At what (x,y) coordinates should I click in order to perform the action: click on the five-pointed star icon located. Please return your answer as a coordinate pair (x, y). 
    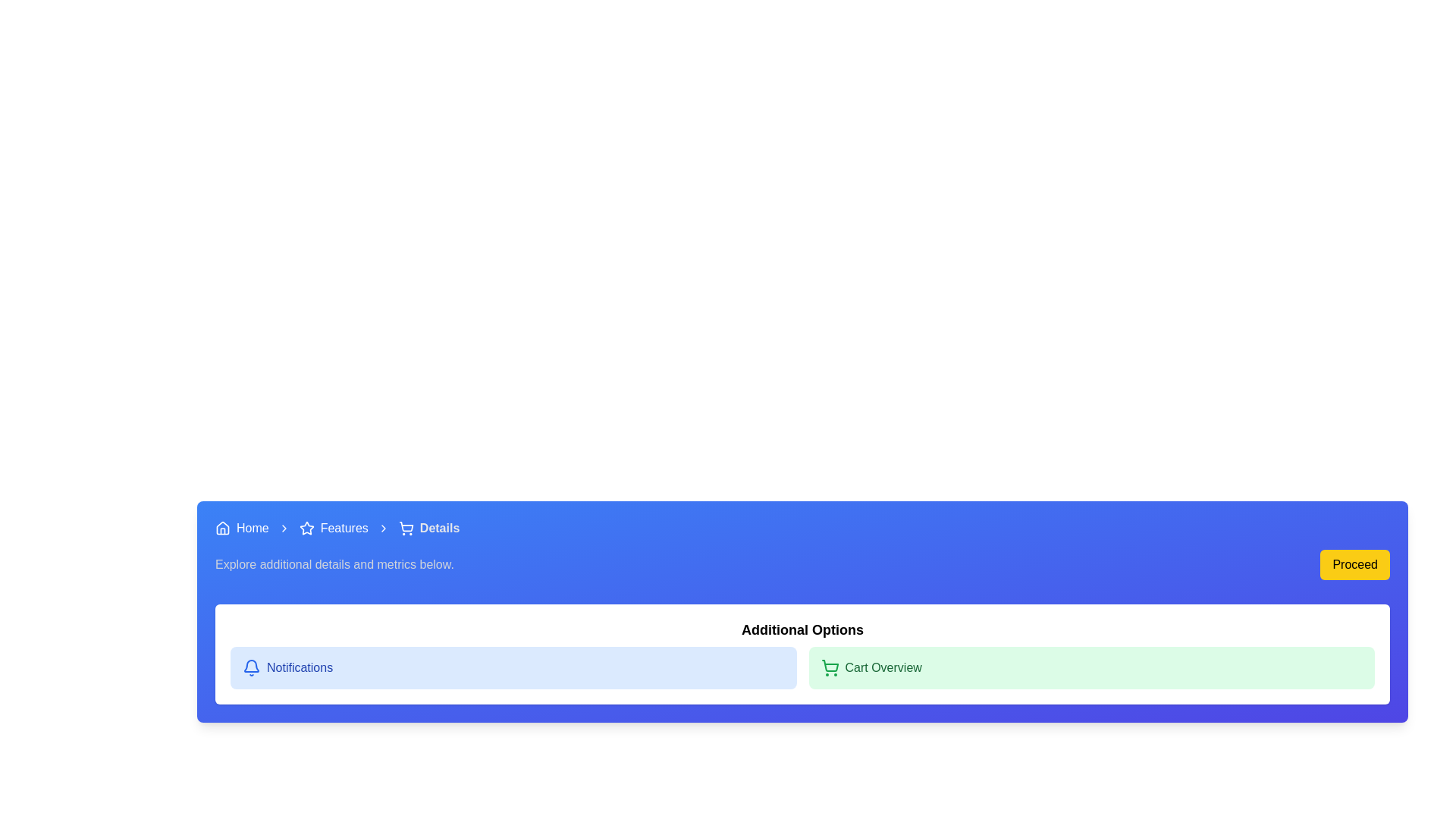
    Looking at the image, I should click on (306, 527).